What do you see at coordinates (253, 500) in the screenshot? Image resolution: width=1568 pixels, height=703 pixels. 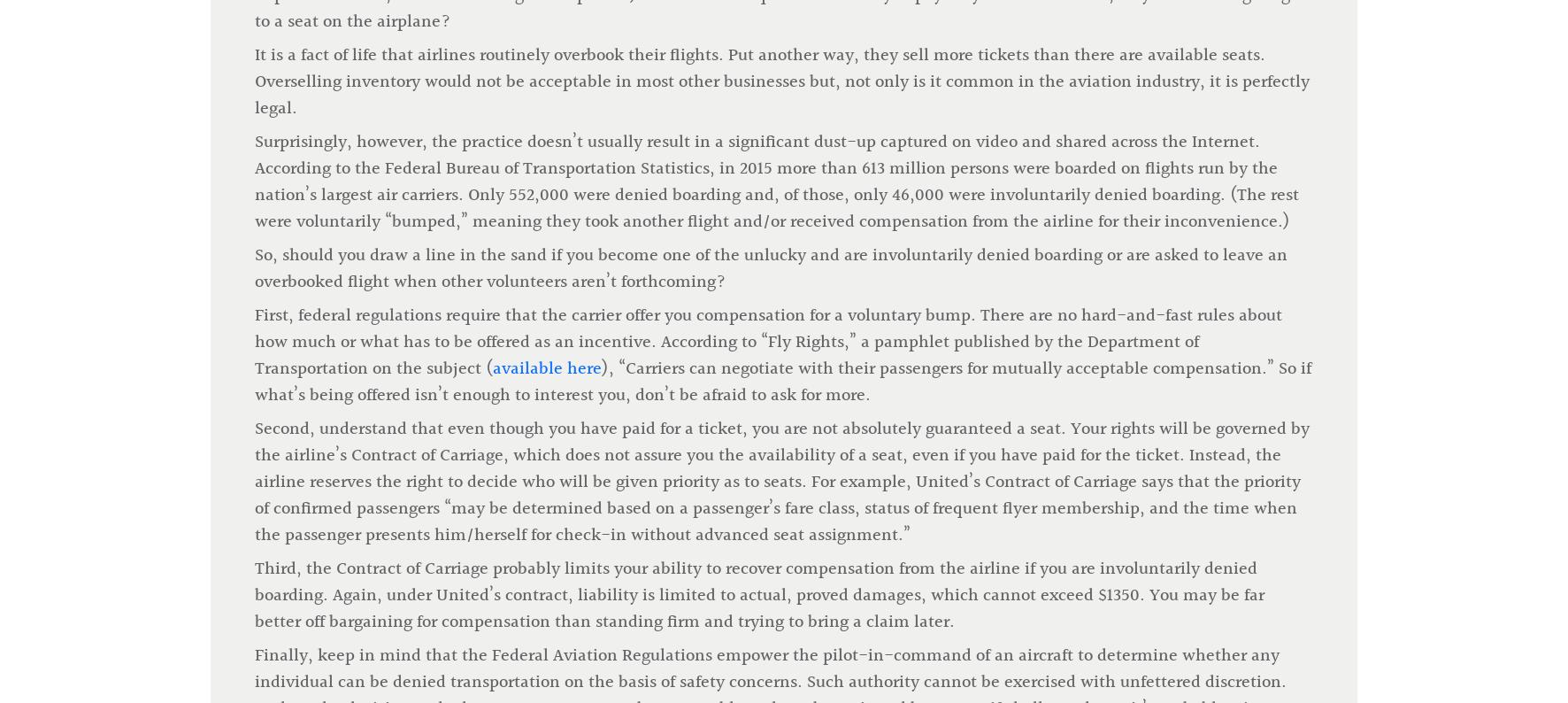 I see `'There’s little doubt that getting involuntarily bumped can disrupt travel plans and be distressing. No one wants to be forcibly deplaned. If this unfortunate situation befalls you, use your smartphone to check the contract of carriage and make sure that you are fully compensated, as is your right.'` at bounding box center [253, 500].